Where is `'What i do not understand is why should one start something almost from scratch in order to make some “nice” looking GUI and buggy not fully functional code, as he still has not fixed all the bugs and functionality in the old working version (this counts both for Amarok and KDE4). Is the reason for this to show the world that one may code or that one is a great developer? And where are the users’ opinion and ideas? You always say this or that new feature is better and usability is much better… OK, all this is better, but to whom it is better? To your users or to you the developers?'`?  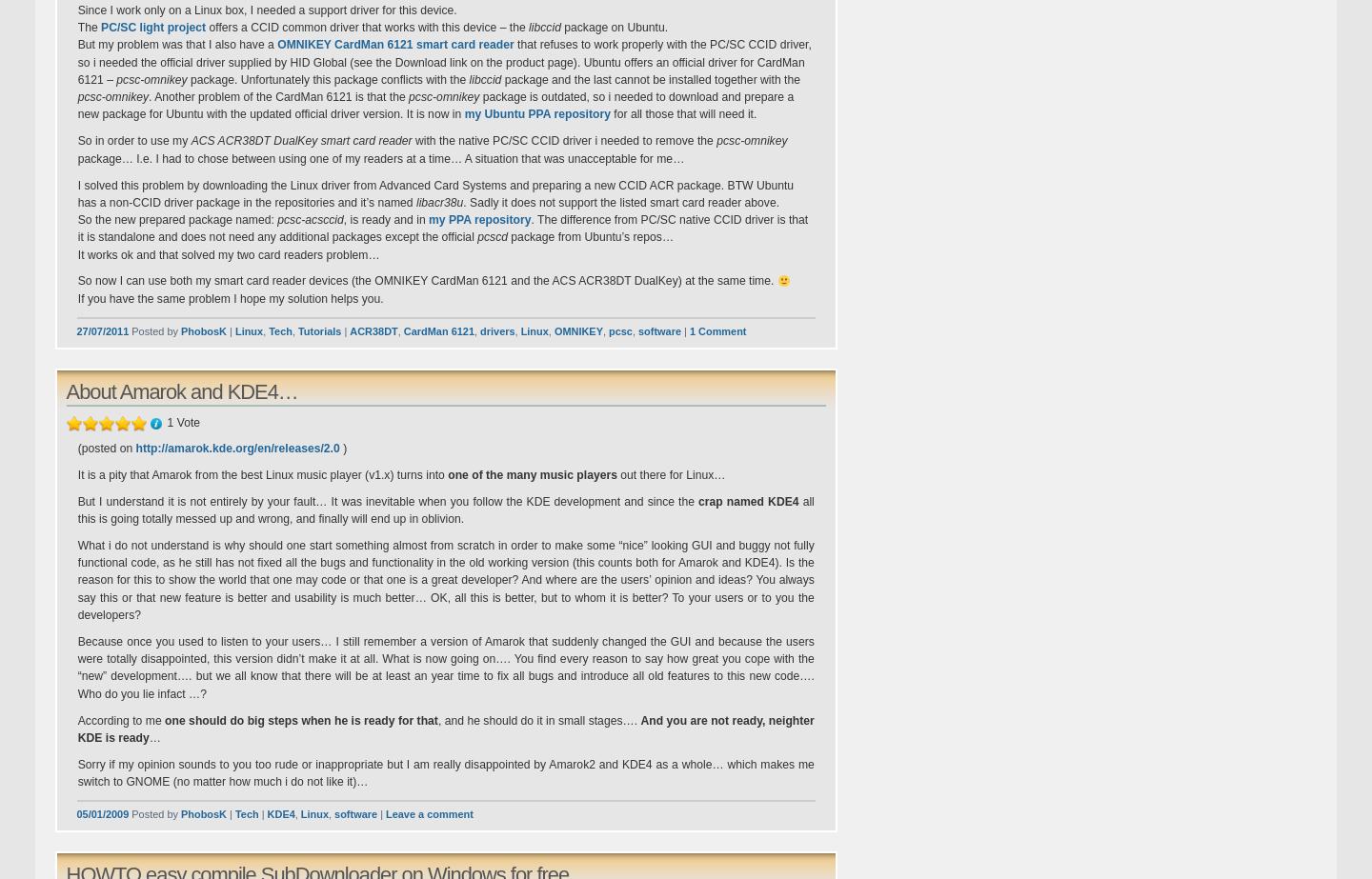 'What i do not understand is why should one start something almost from scratch in order to make some “nice” looking GUI and buggy not fully functional code, as he still has not fixed all the bugs and functionality in the old working version (this counts both for Amarok and KDE4). Is the reason for this to show the world that one may code or that one is a great developer? And where are the users’ opinion and ideas? You always say this or that new feature is better and usability is much better… OK, all this is better, but to whom it is better? To your users or to you the developers?' is located at coordinates (445, 578).